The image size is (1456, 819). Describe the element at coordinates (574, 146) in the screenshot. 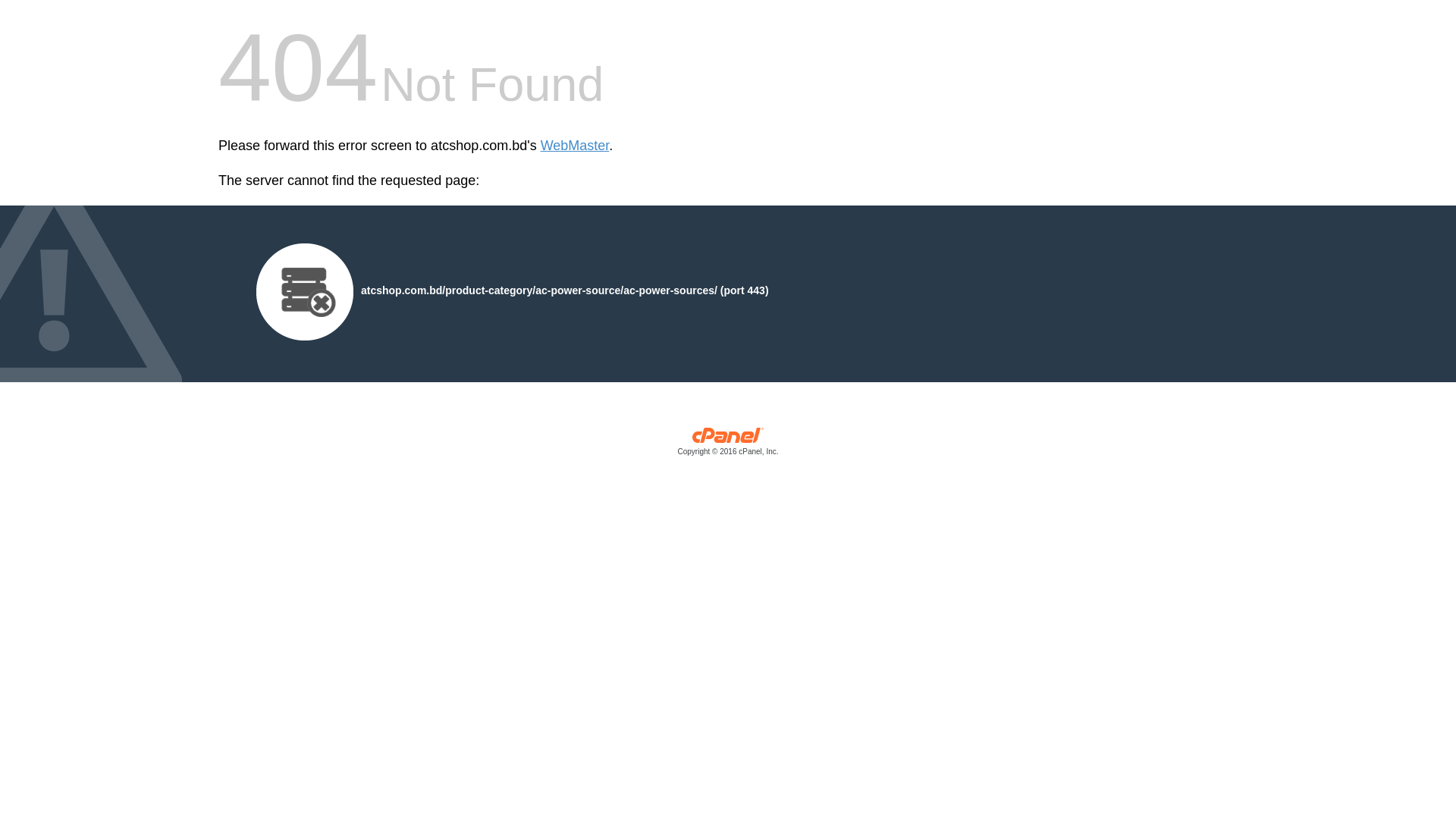

I see `'WebMaster'` at that location.